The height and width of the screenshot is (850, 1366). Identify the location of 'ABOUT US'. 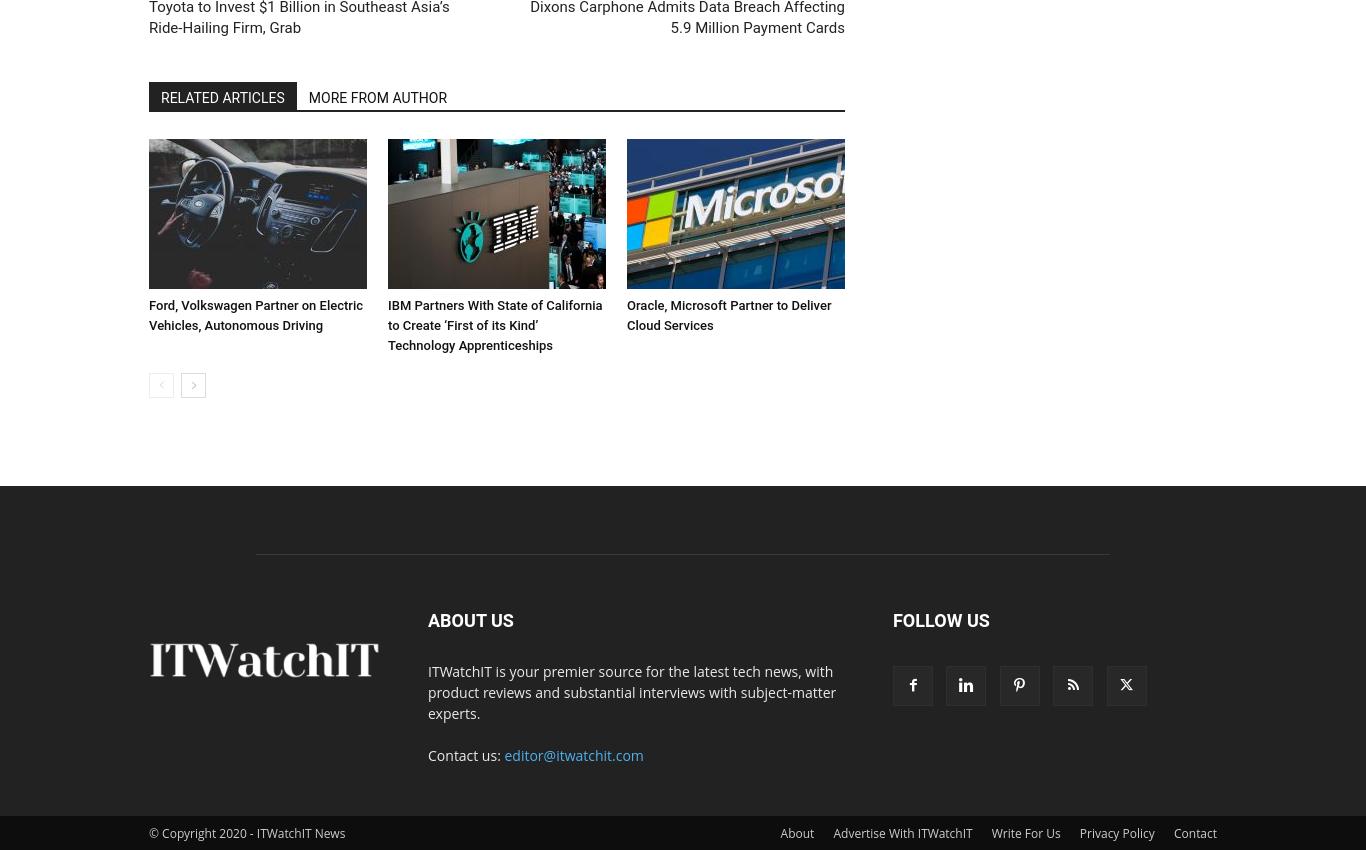
(470, 618).